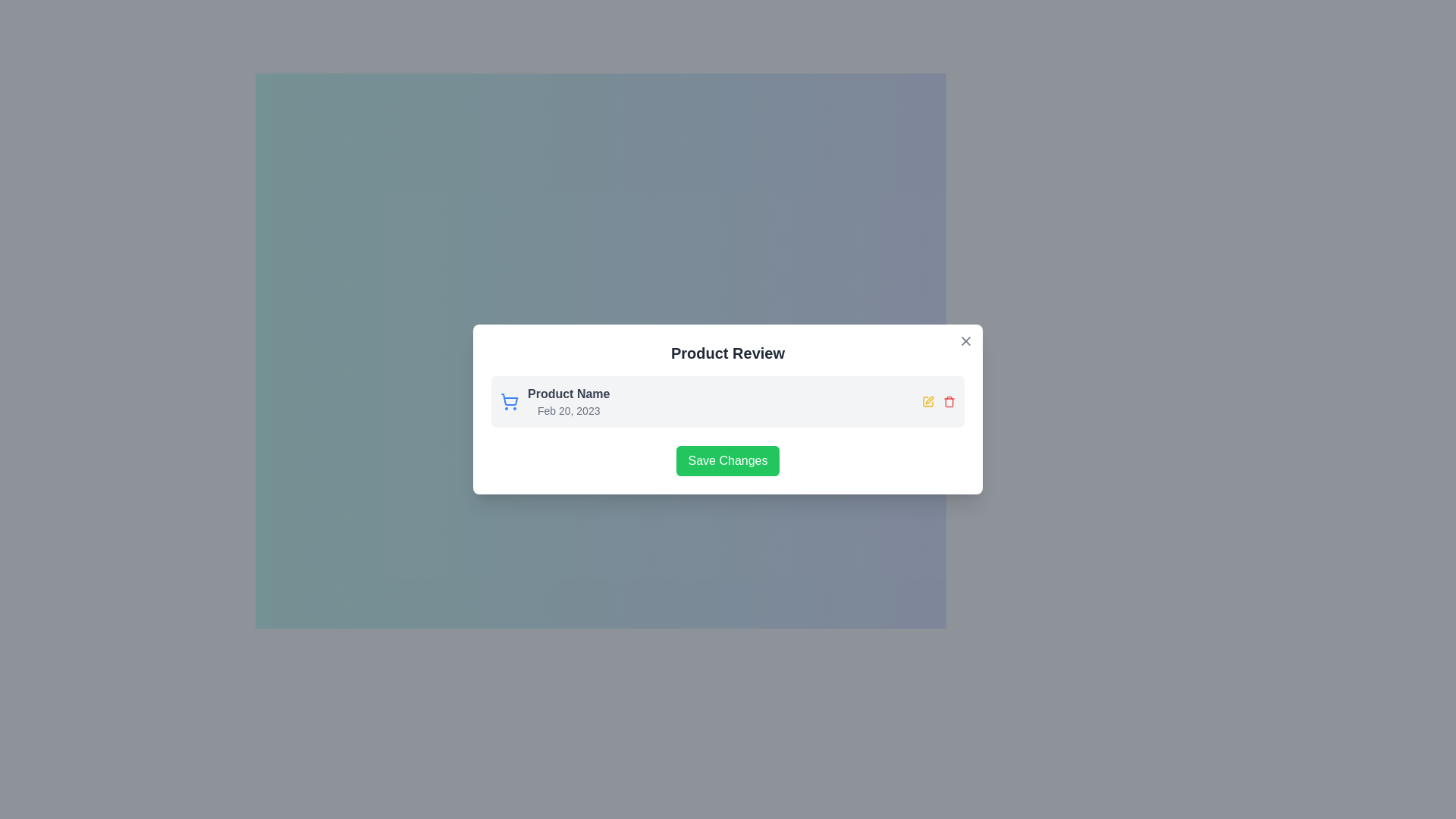 Image resolution: width=1456 pixels, height=819 pixels. Describe the element at coordinates (949, 400) in the screenshot. I see `the delete icon button located in the top-right corner of the modal` at that location.